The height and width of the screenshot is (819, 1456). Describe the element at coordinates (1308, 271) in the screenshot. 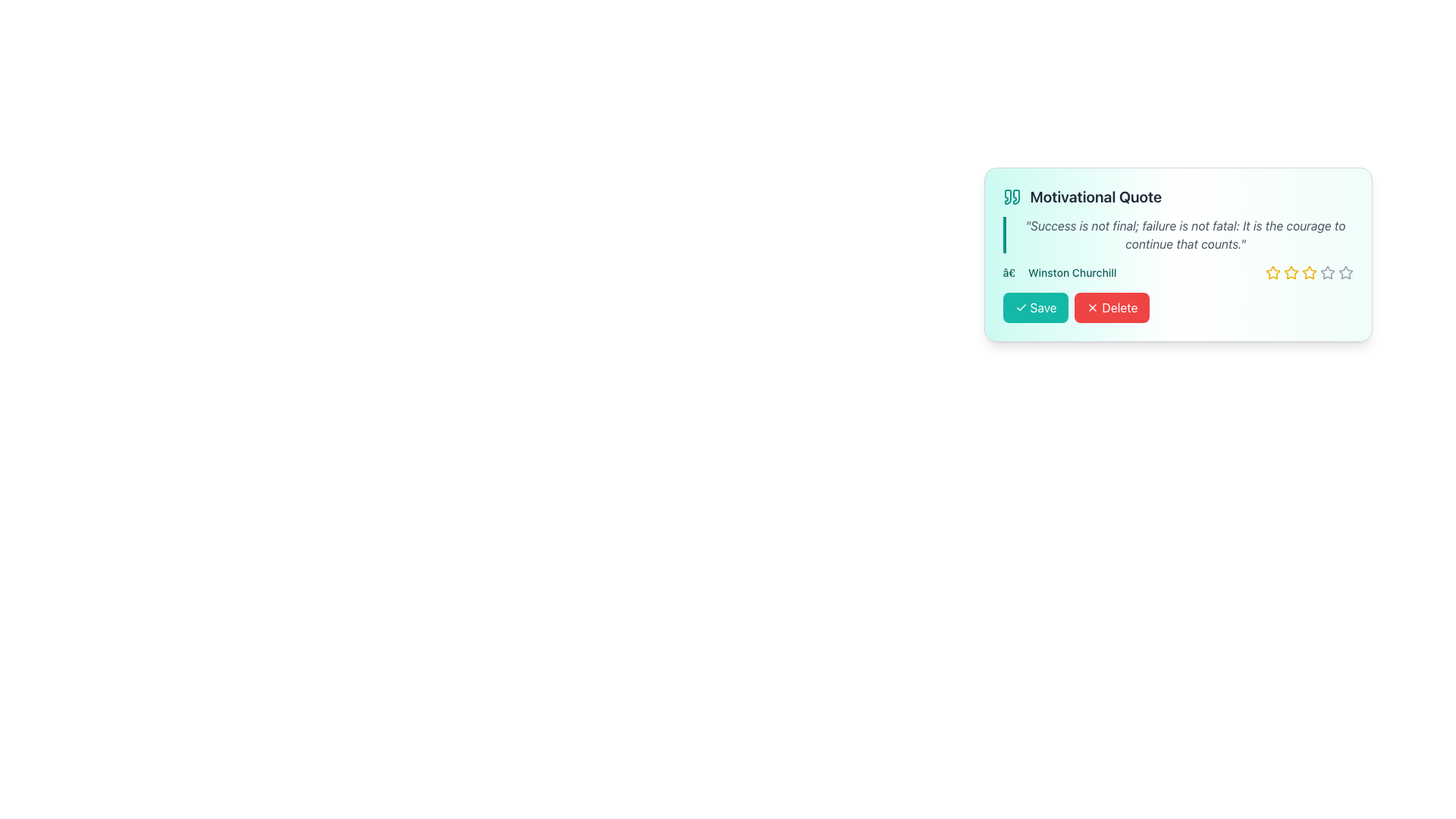

I see `the third yellow star icon in the rating interface` at that location.